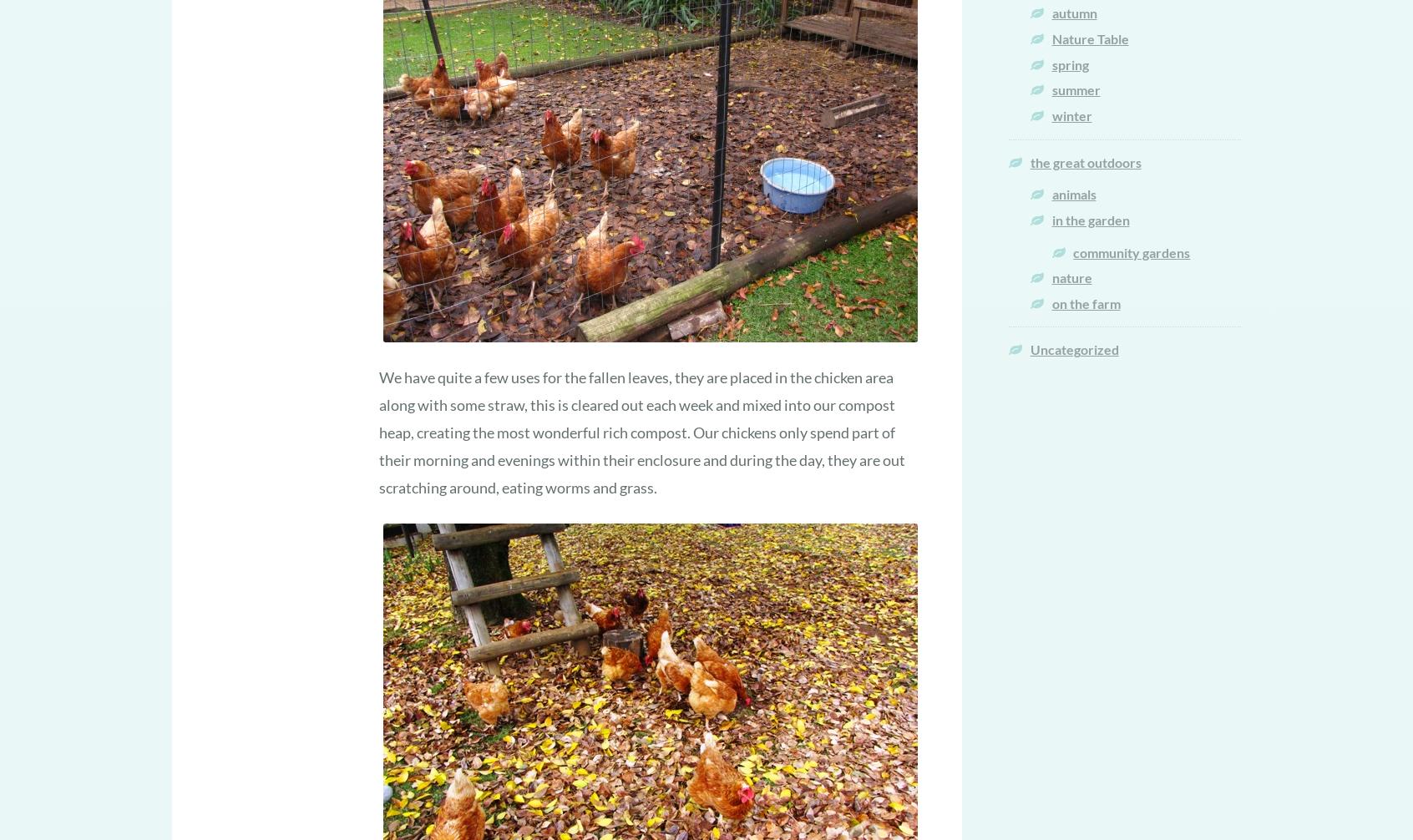  I want to click on 'Nature Table', so click(1089, 38).